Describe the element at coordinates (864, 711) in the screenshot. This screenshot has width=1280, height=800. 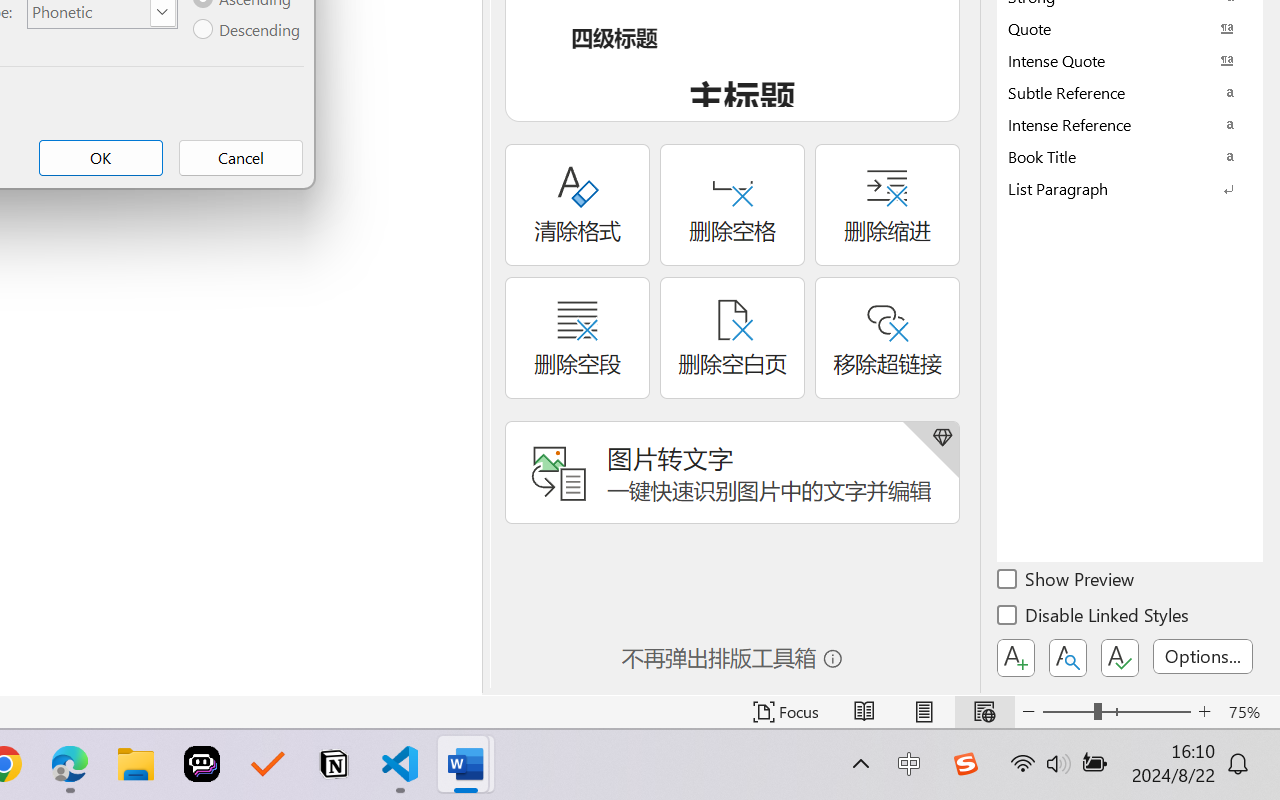
I see `'Read Mode'` at that location.